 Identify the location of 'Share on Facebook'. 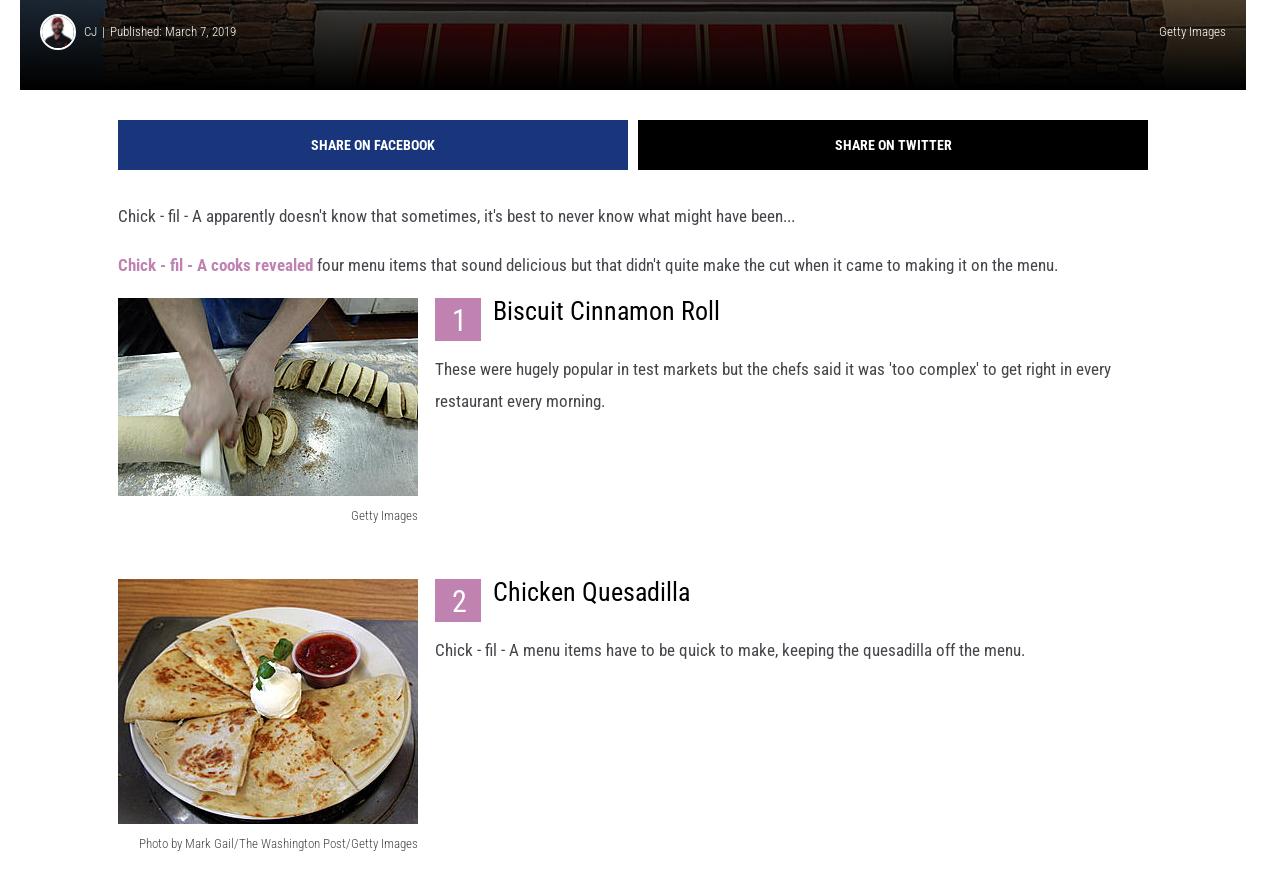
(371, 161).